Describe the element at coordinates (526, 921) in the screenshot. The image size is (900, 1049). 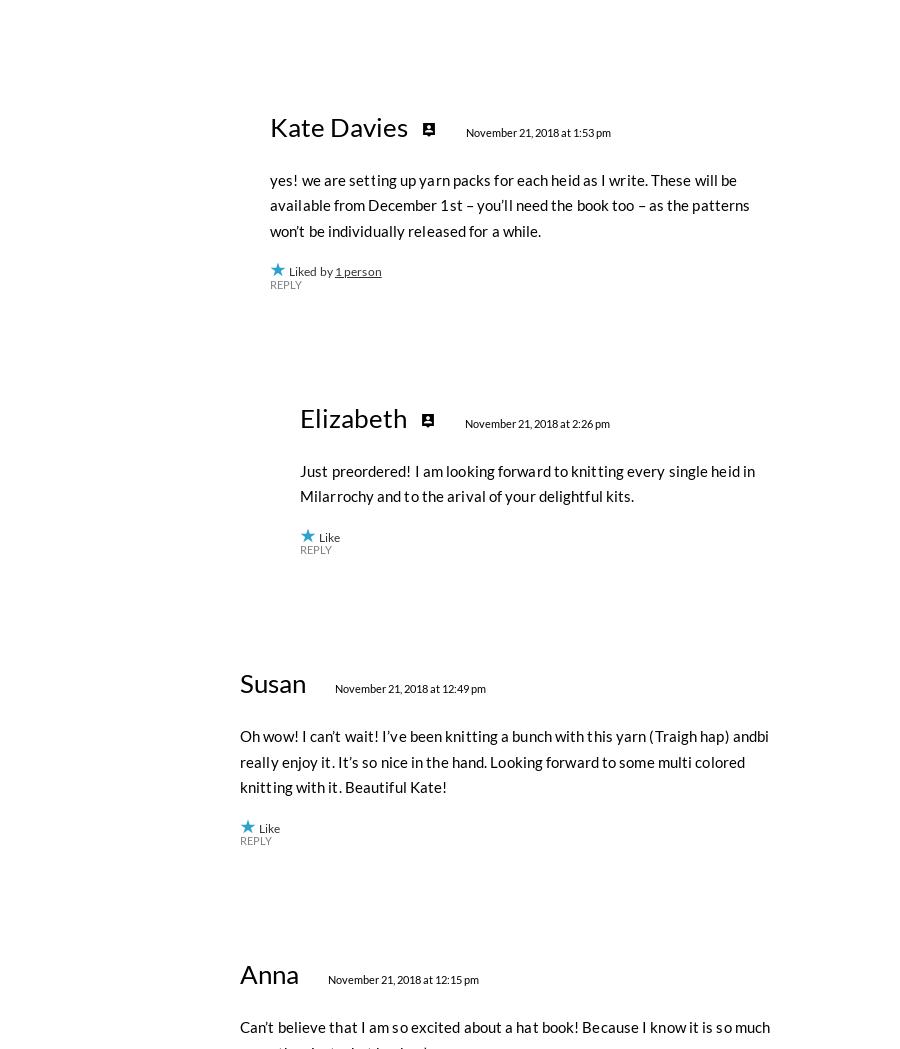
I see `'Just preordered!  I am looking forward to knitting every single heid in Milarrochy and to the arival of your delightful kits.'` at that location.